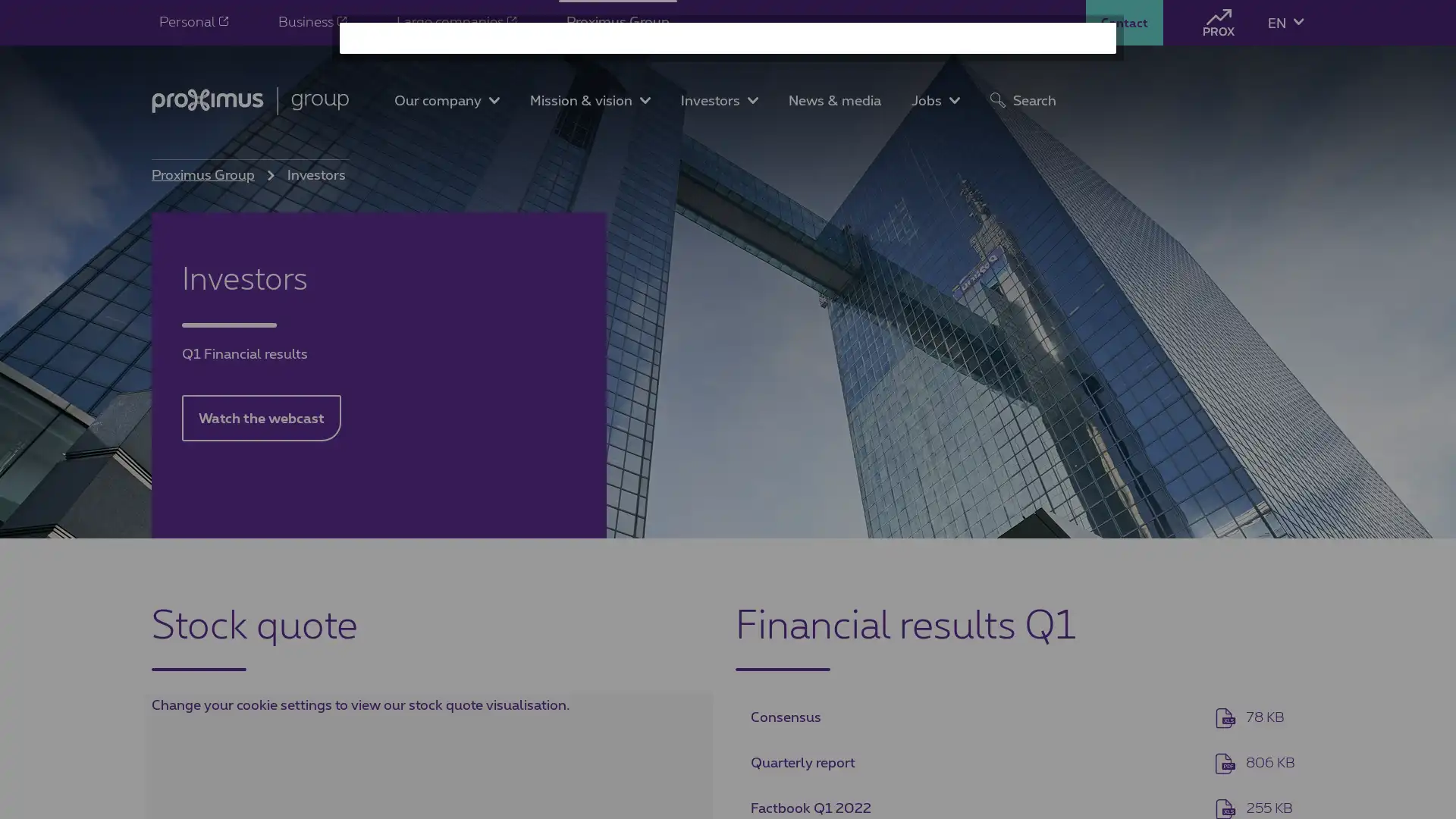 The width and height of the screenshot is (1456, 819). Describe the element at coordinates (1253, 175) in the screenshot. I see `Search` at that location.